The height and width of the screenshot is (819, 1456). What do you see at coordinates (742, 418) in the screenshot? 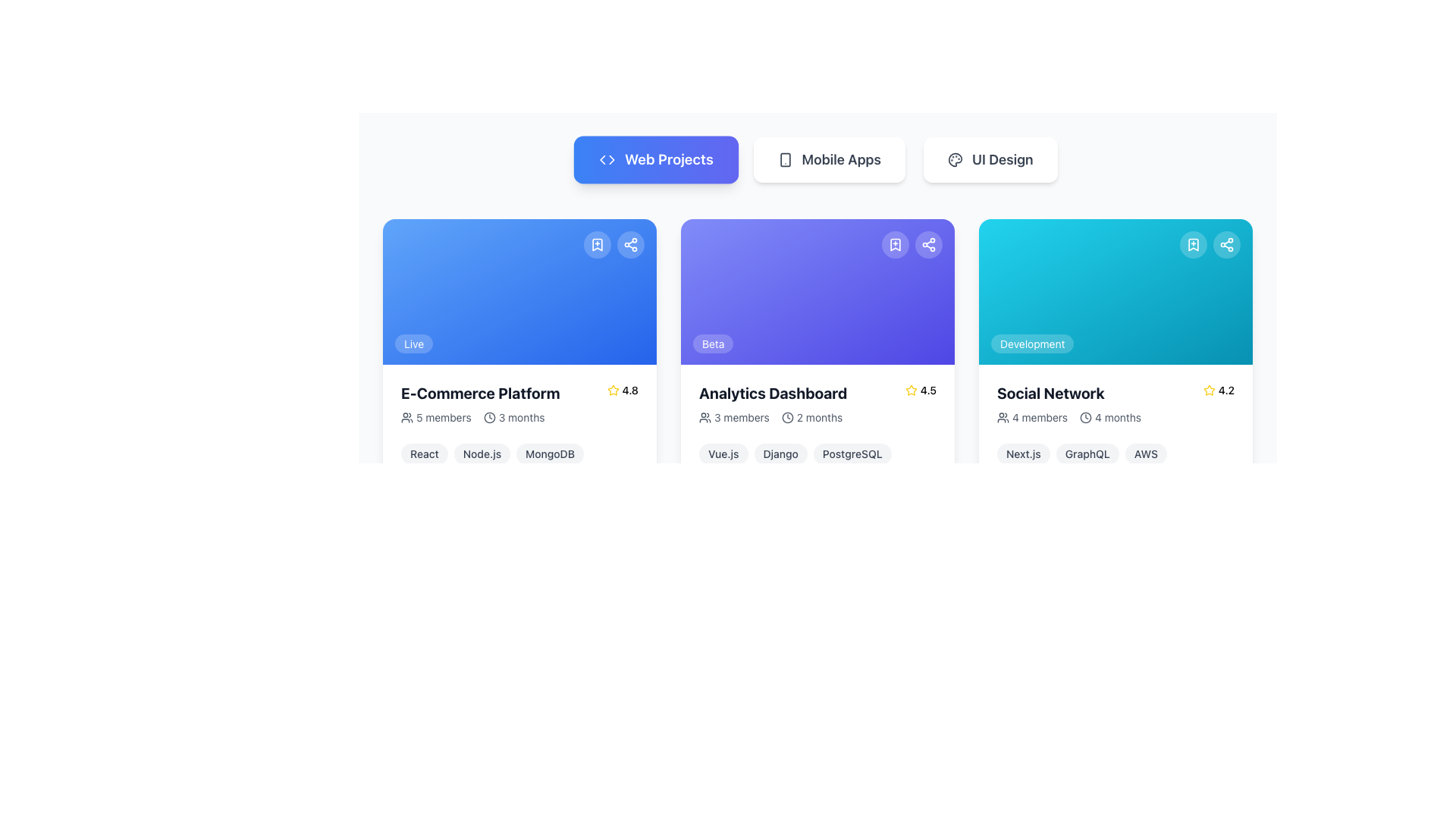
I see `the informational text label indicating the number of members associated with the project, located below the title 'Analytics Dashboard' and above the duration information '2 months'` at bounding box center [742, 418].